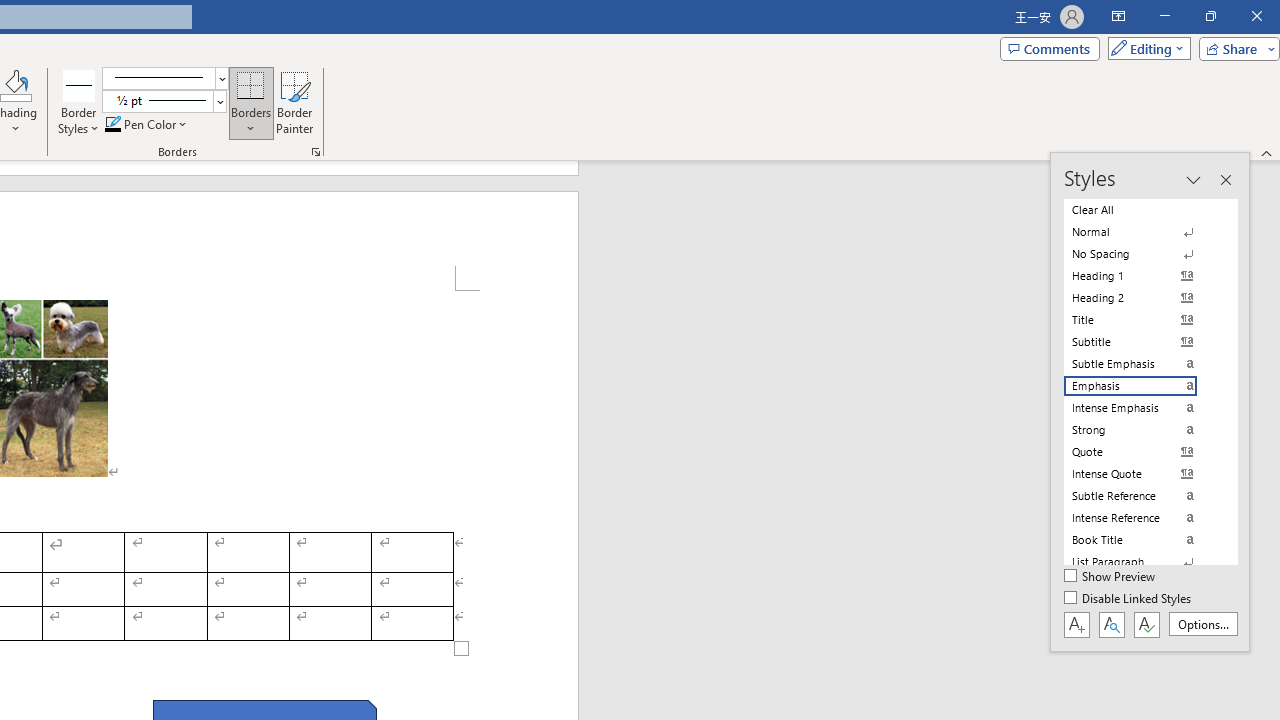 This screenshot has width=1280, height=720. Describe the element at coordinates (1142, 209) in the screenshot. I see `'Clear All'` at that location.